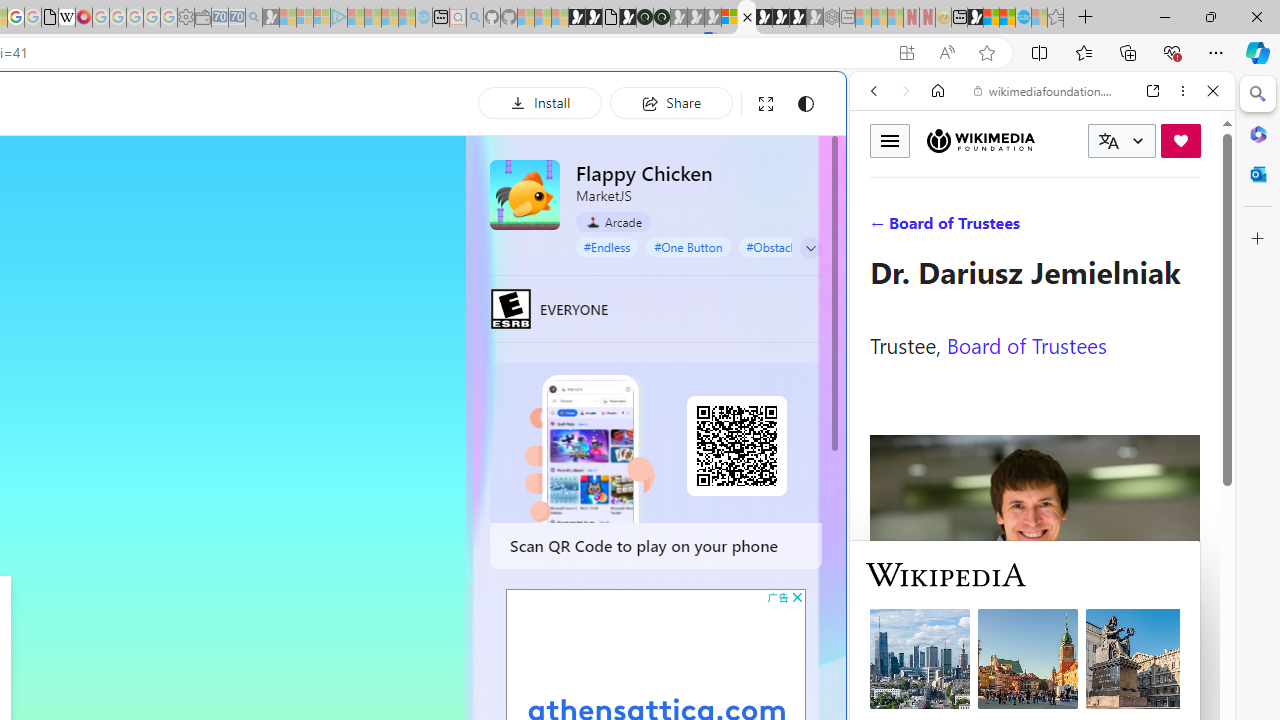 The width and height of the screenshot is (1280, 720). What do you see at coordinates (796, 596) in the screenshot?
I see `'AutomationID: cbb'` at bounding box center [796, 596].